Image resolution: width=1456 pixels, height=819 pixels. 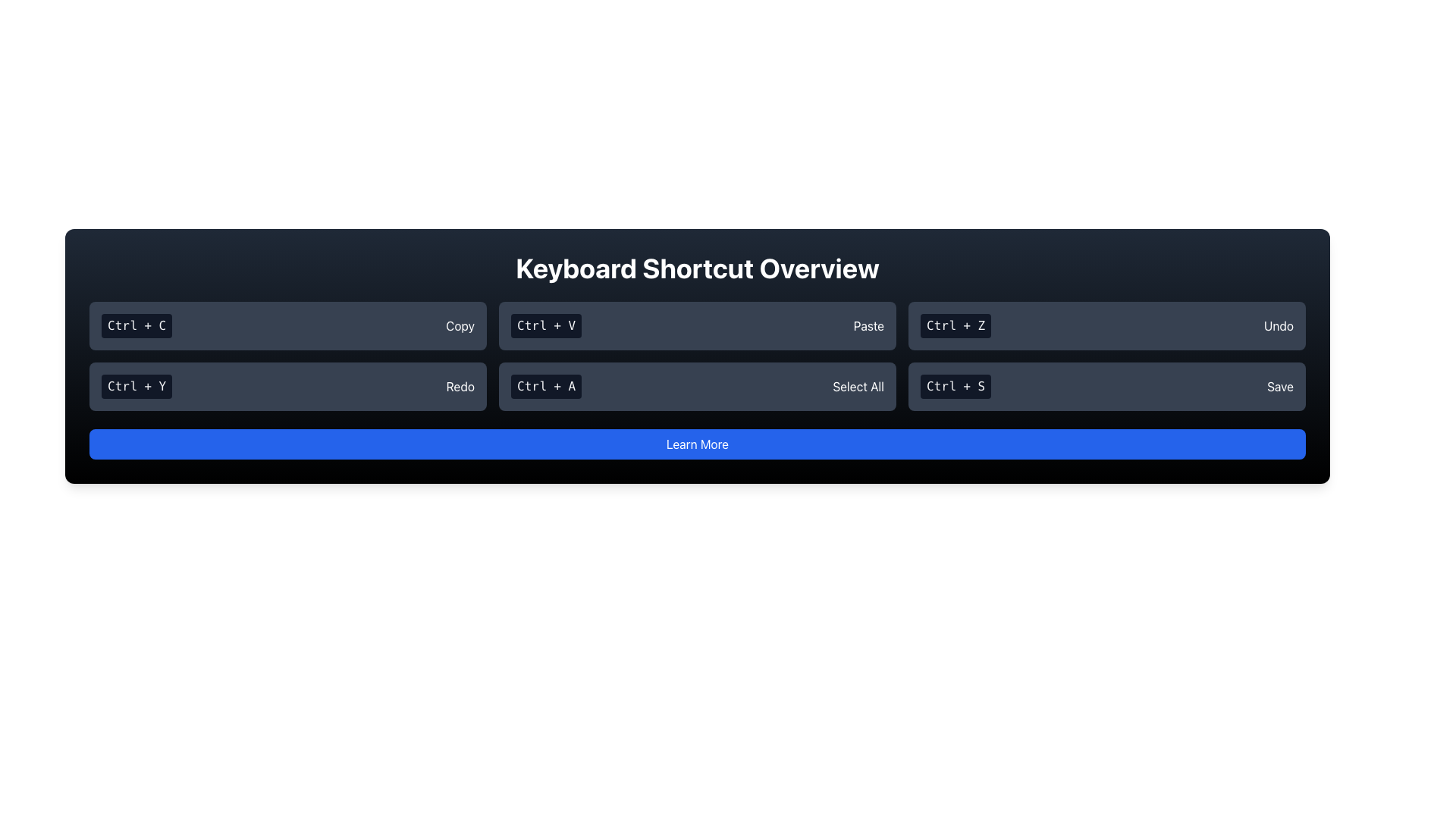 I want to click on the third keyboard shortcut descriptor item with a dark gray background and a keyboard shortcut description for 'Undo', so click(x=1106, y=325).